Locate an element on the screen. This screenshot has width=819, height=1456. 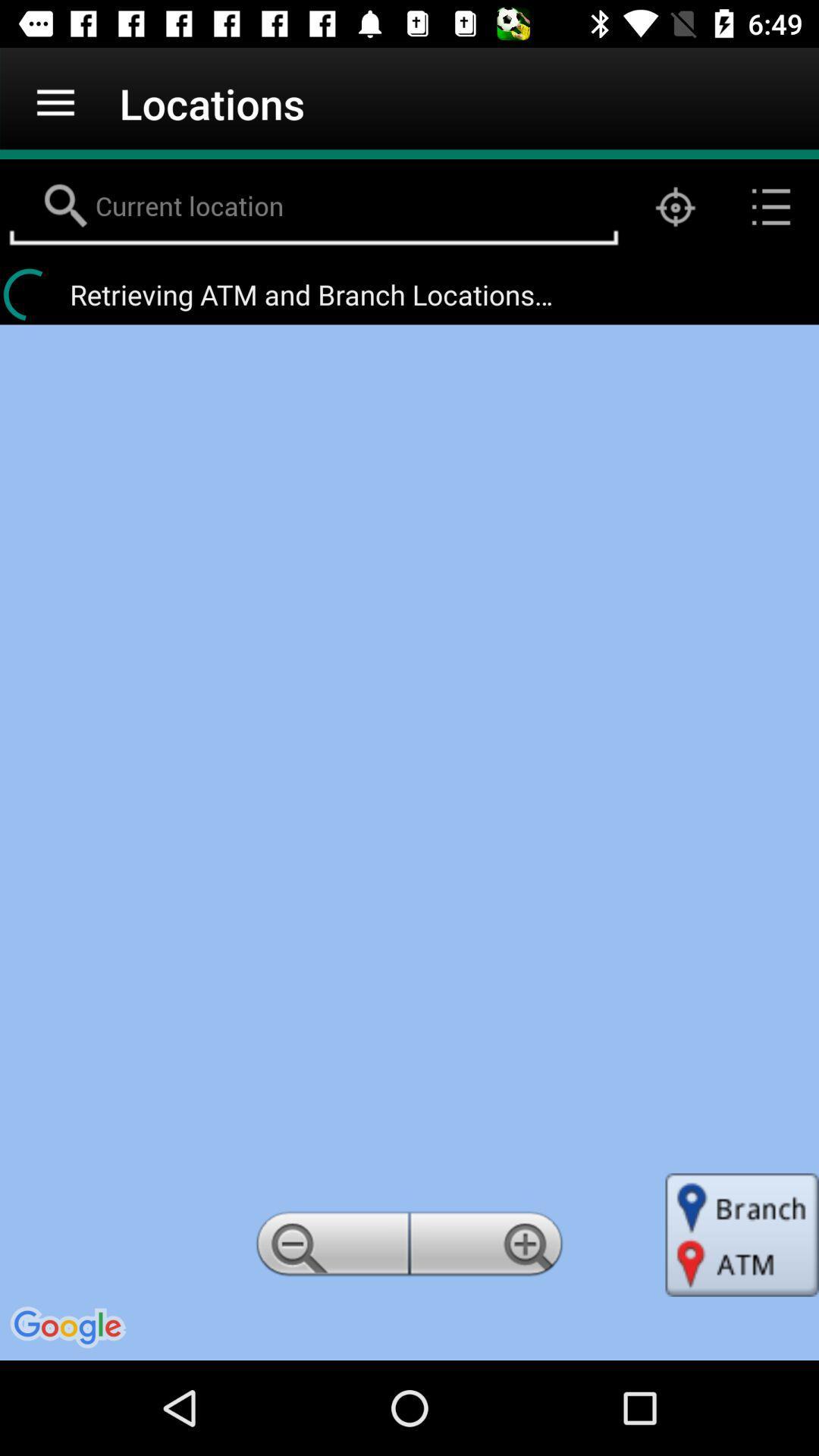
search is located at coordinates (312, 206).